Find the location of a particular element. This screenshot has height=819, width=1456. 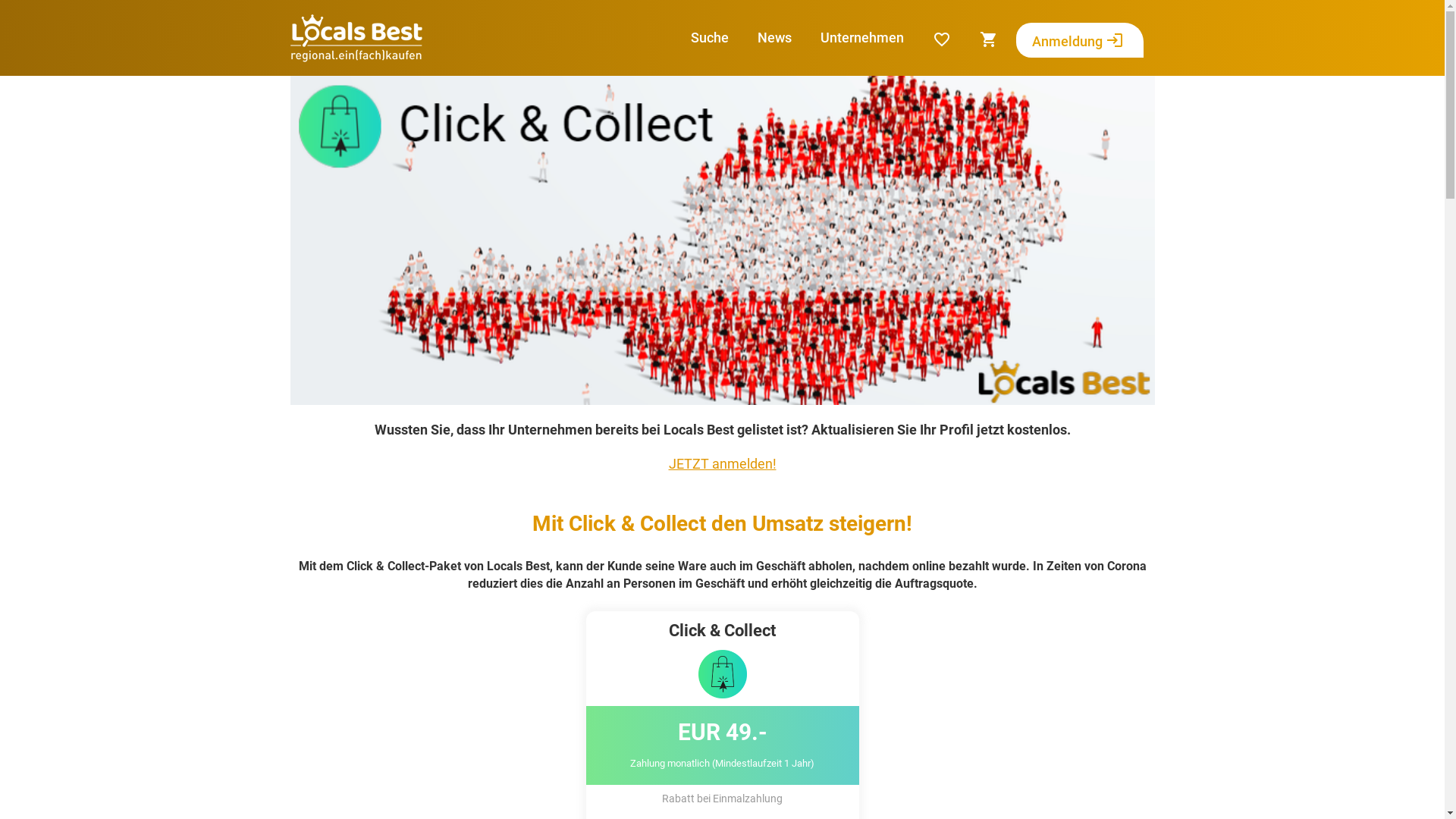

'Anmeldung login' is located at coordinates (1081, 39).